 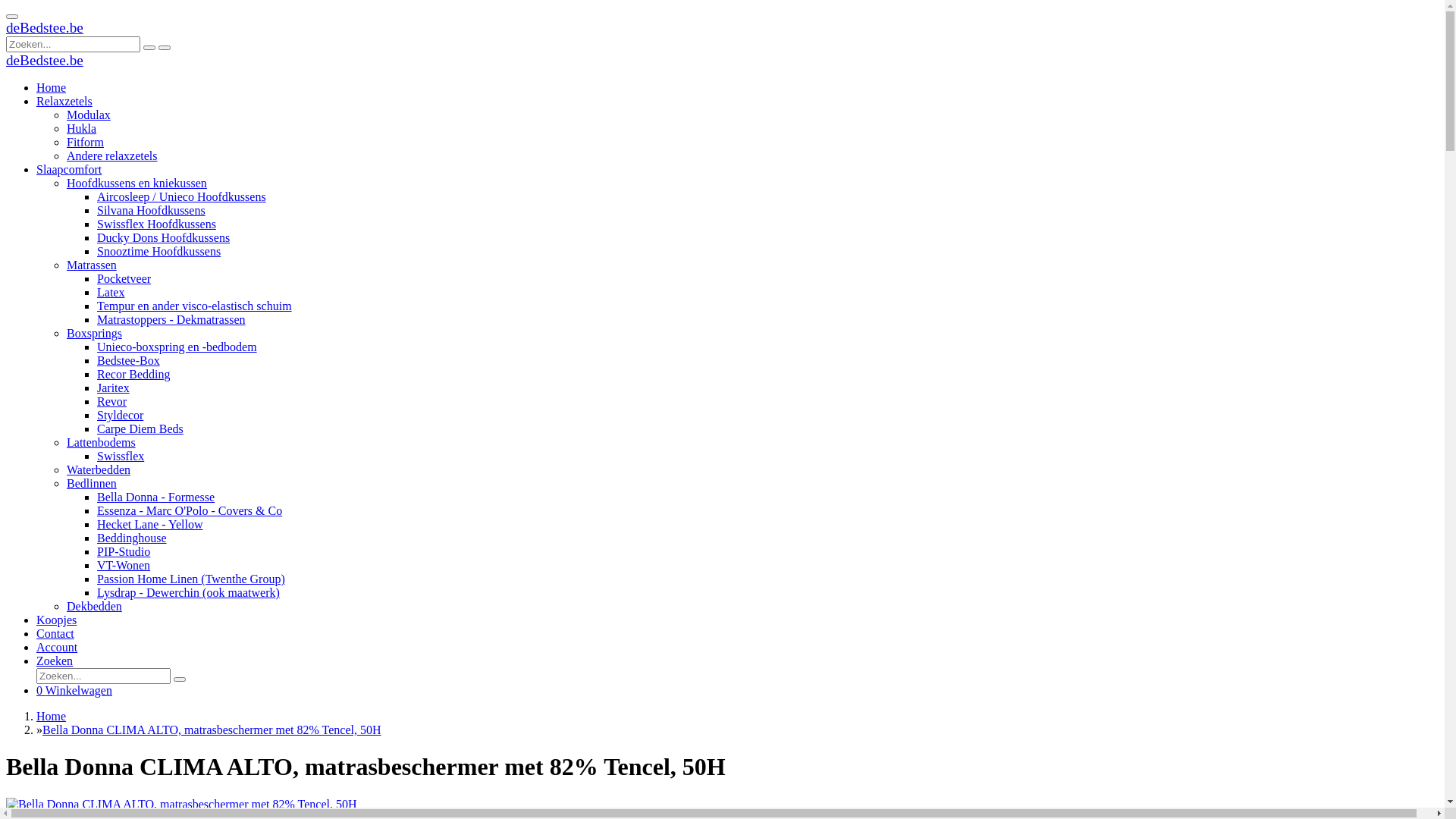 What do you see at coordinates (187, 591) in the screenshot?
I see `'Lysdrap - Dewerchin (ook maatwerk)'` at bounding box center [187, 591].